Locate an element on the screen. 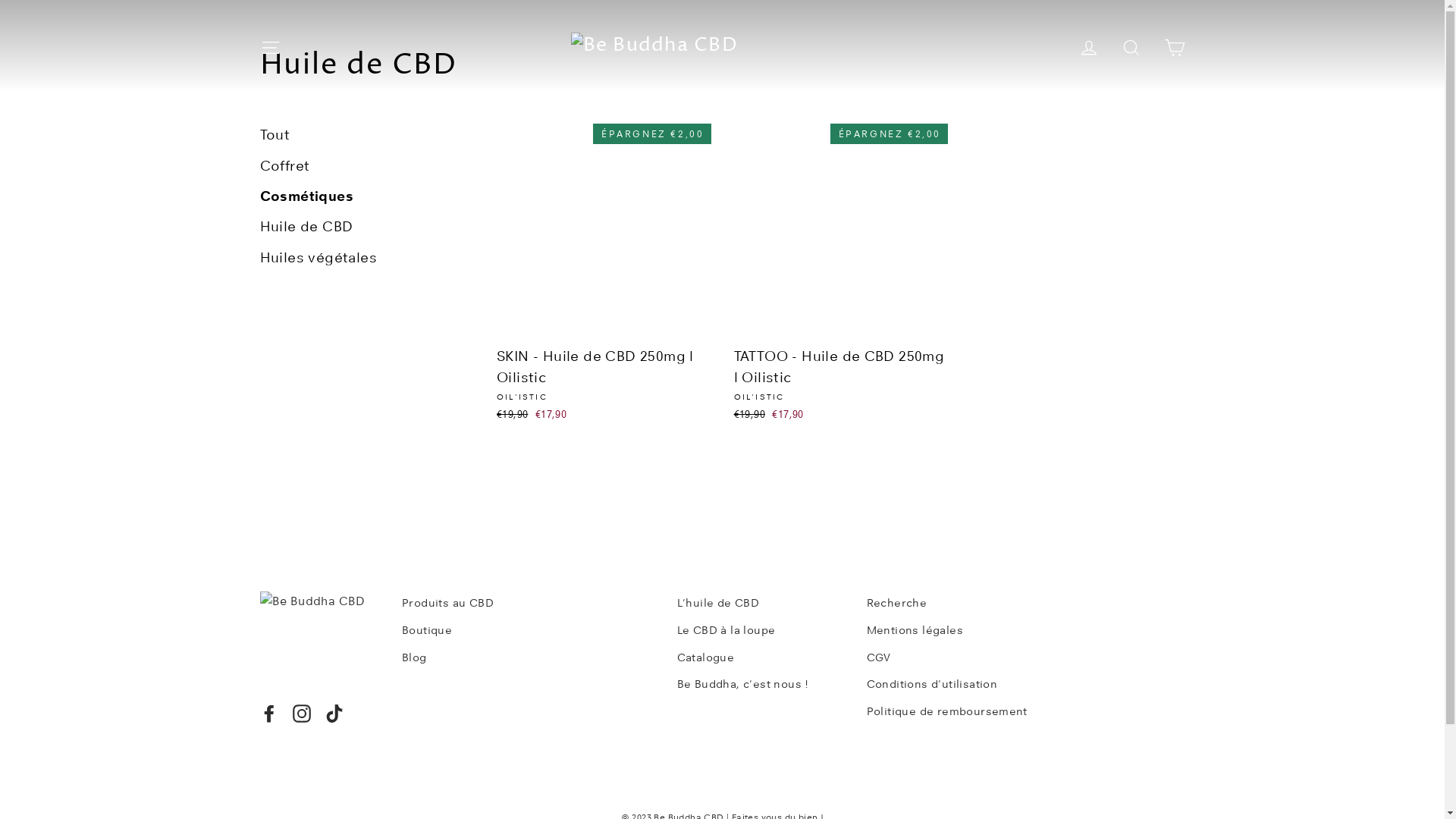 The image size is (1456, 819). 'Huile de CBD' is located at coordinates (259, 227).